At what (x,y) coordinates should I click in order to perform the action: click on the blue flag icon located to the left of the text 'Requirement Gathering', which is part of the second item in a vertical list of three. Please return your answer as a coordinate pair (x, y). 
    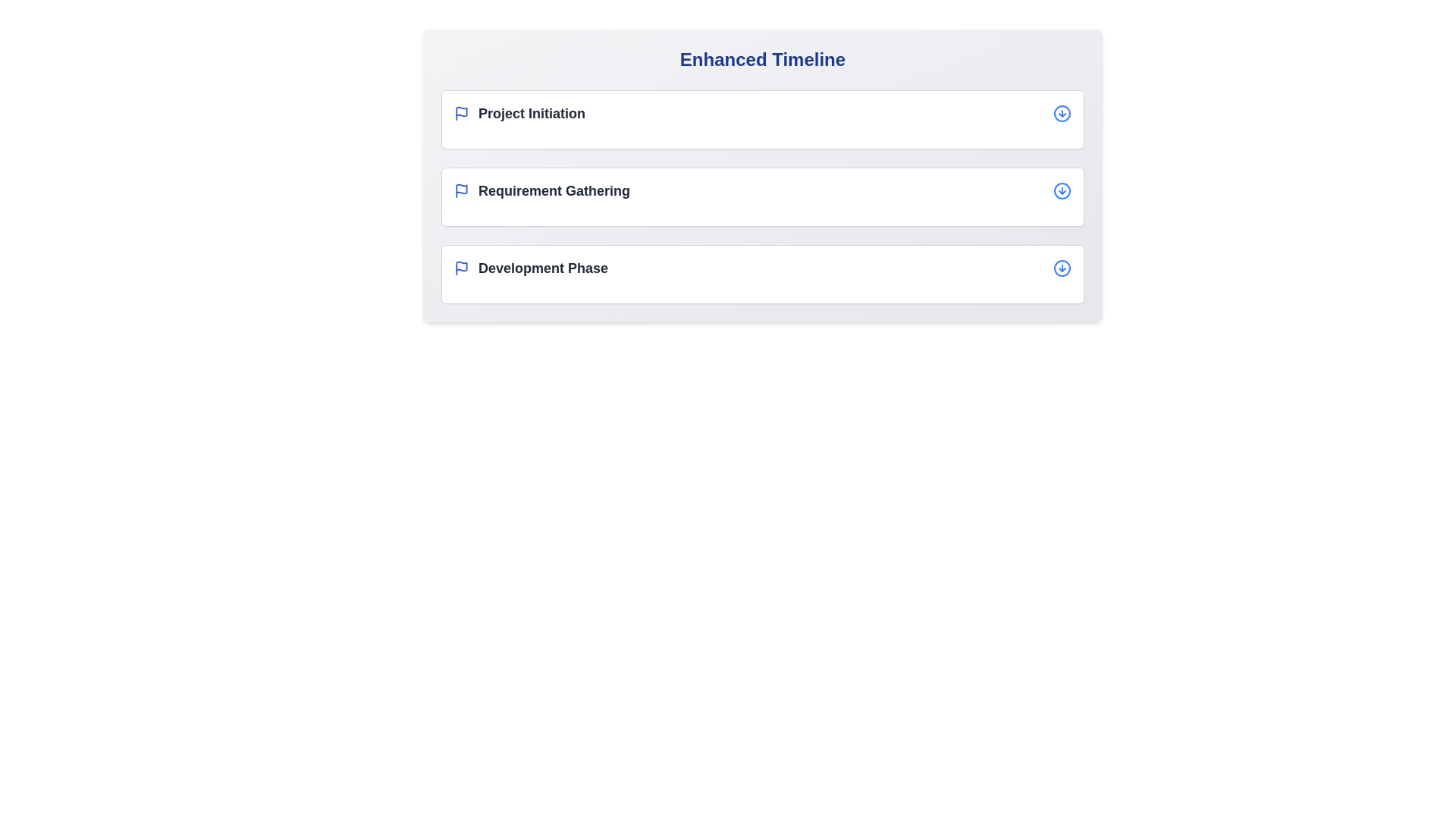
    Looking at the image, I should click on (461, 190).